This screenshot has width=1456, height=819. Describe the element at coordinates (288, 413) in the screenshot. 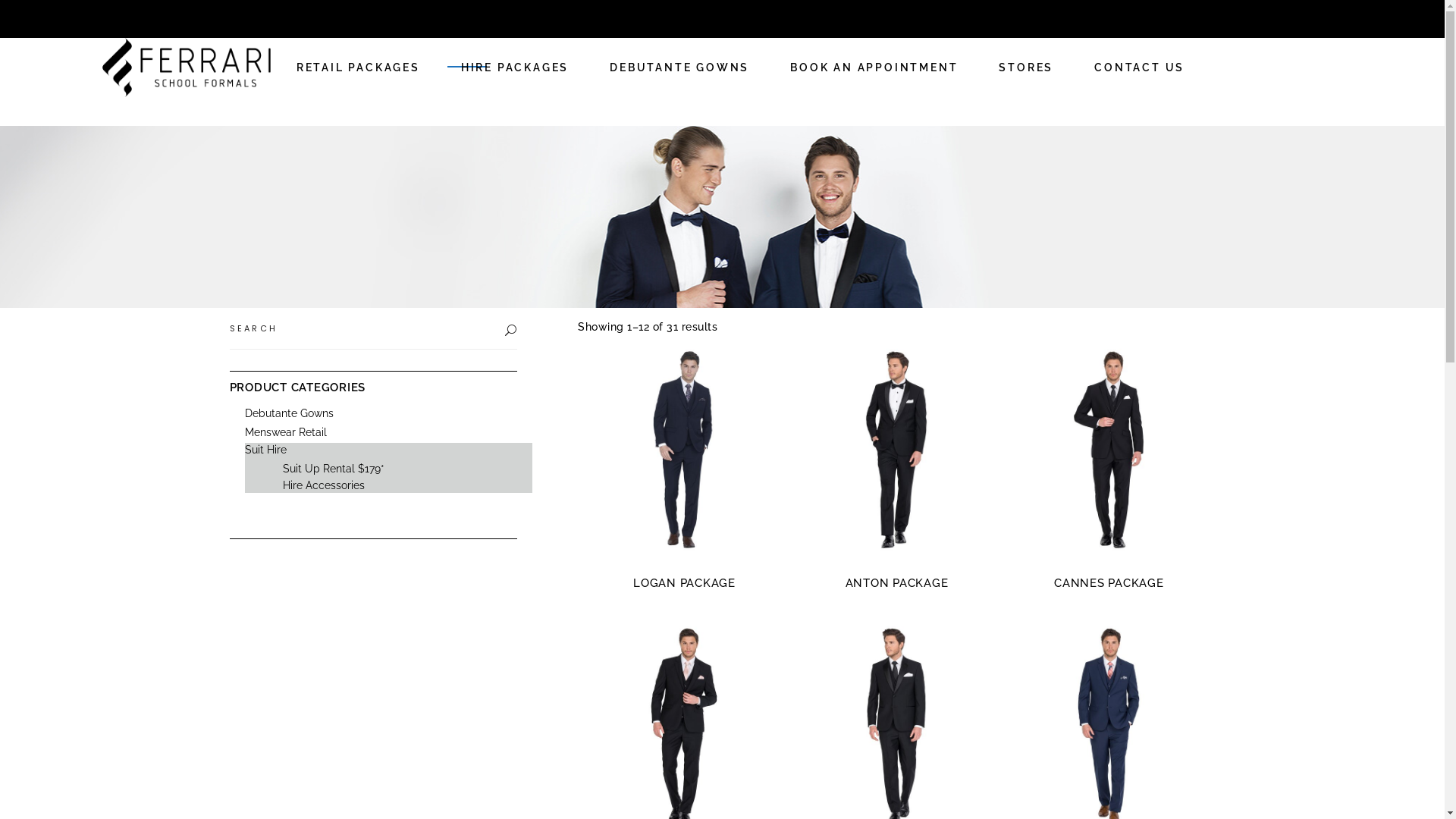

I see `'Debutante Gowns'` at that location.